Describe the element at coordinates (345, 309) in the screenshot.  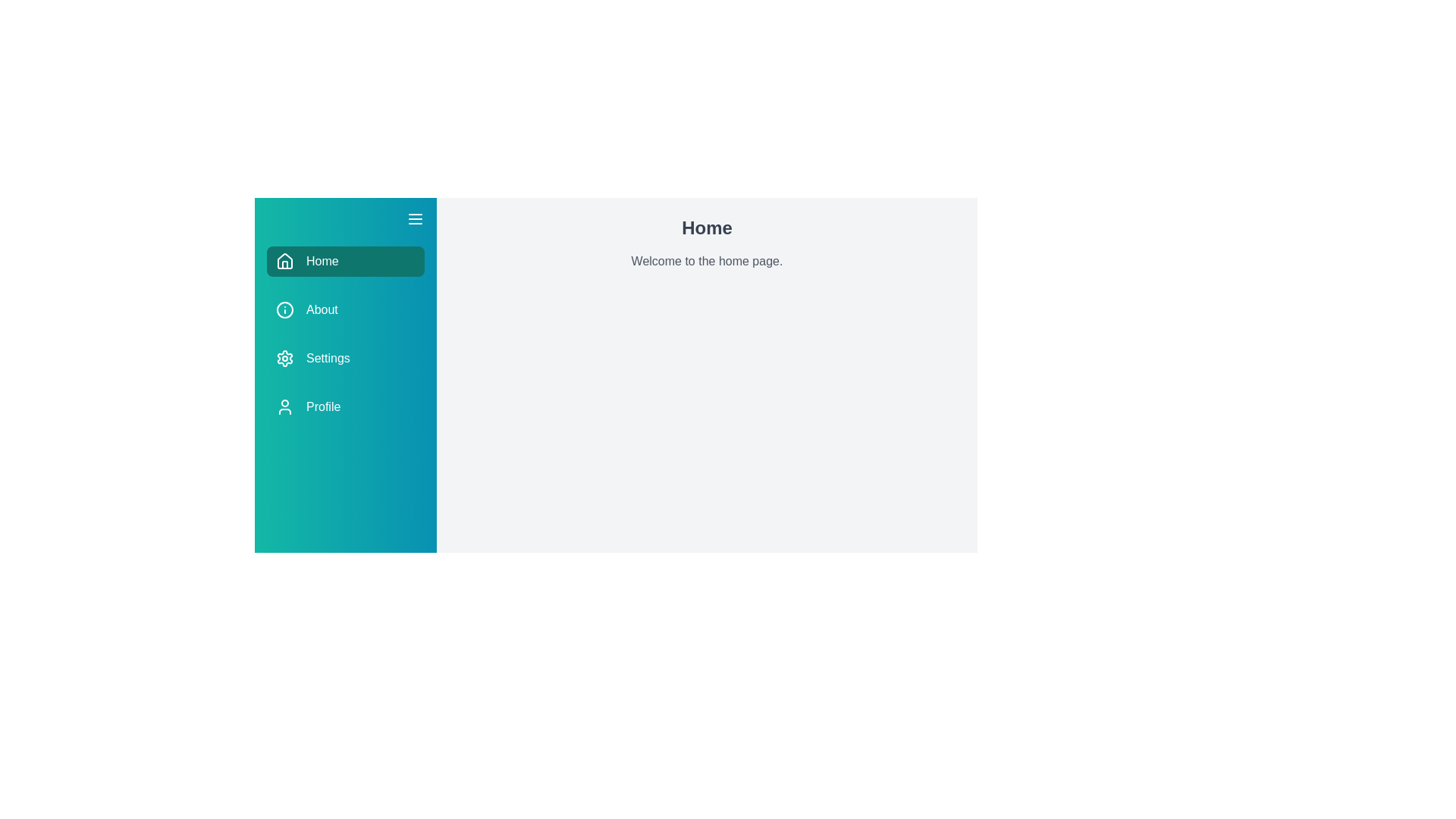
I see `the menu item About to trigger its hover effect` at that location.